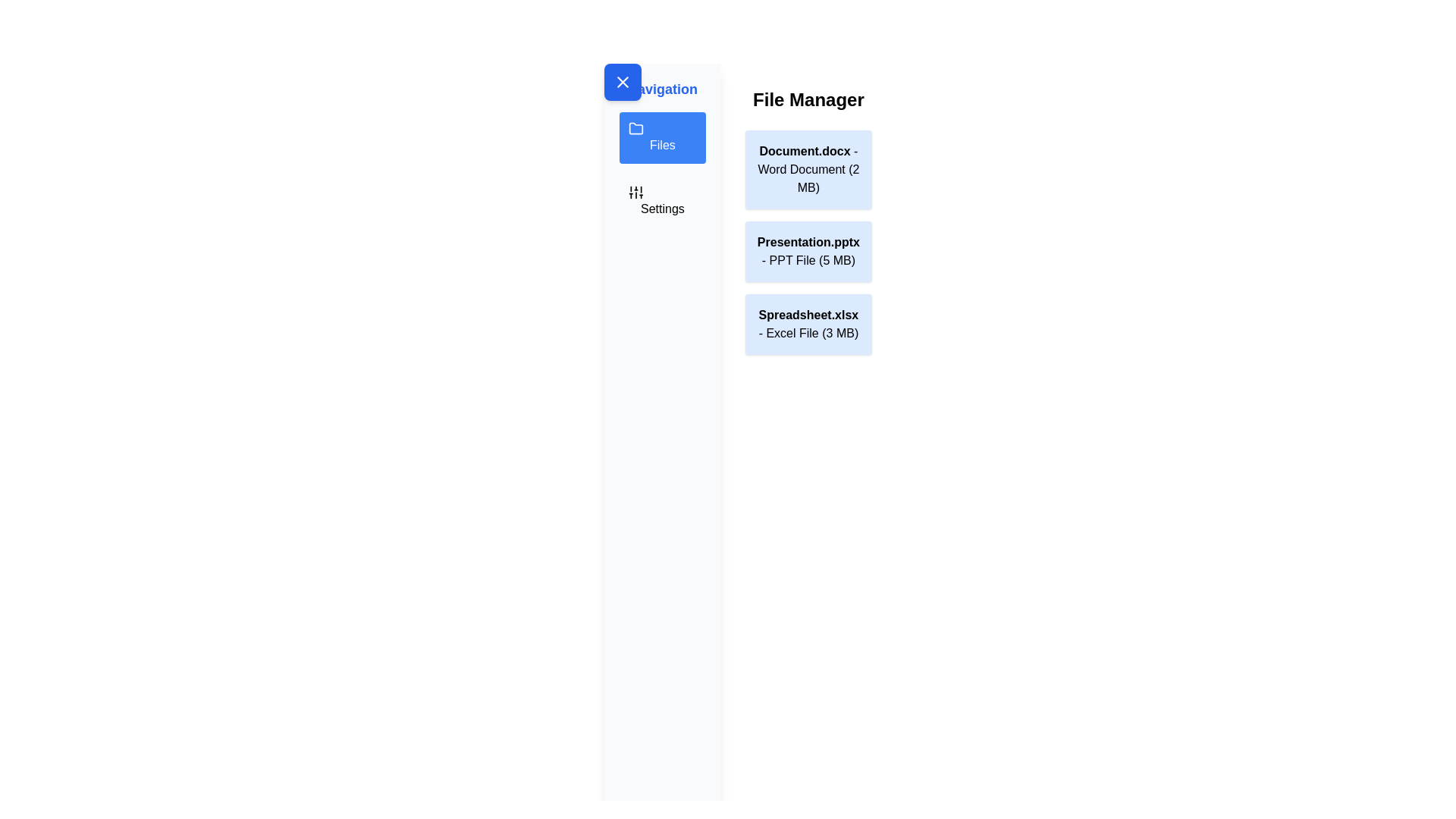  Describe the element at coordinates (808, 169) in the screenshot. I see `the file entry labeled 'Document.docx - Word Document (2 MB)' which is the first item in a vertical list of file entries, distinguished by a light blue background and rounded corners` at that location.